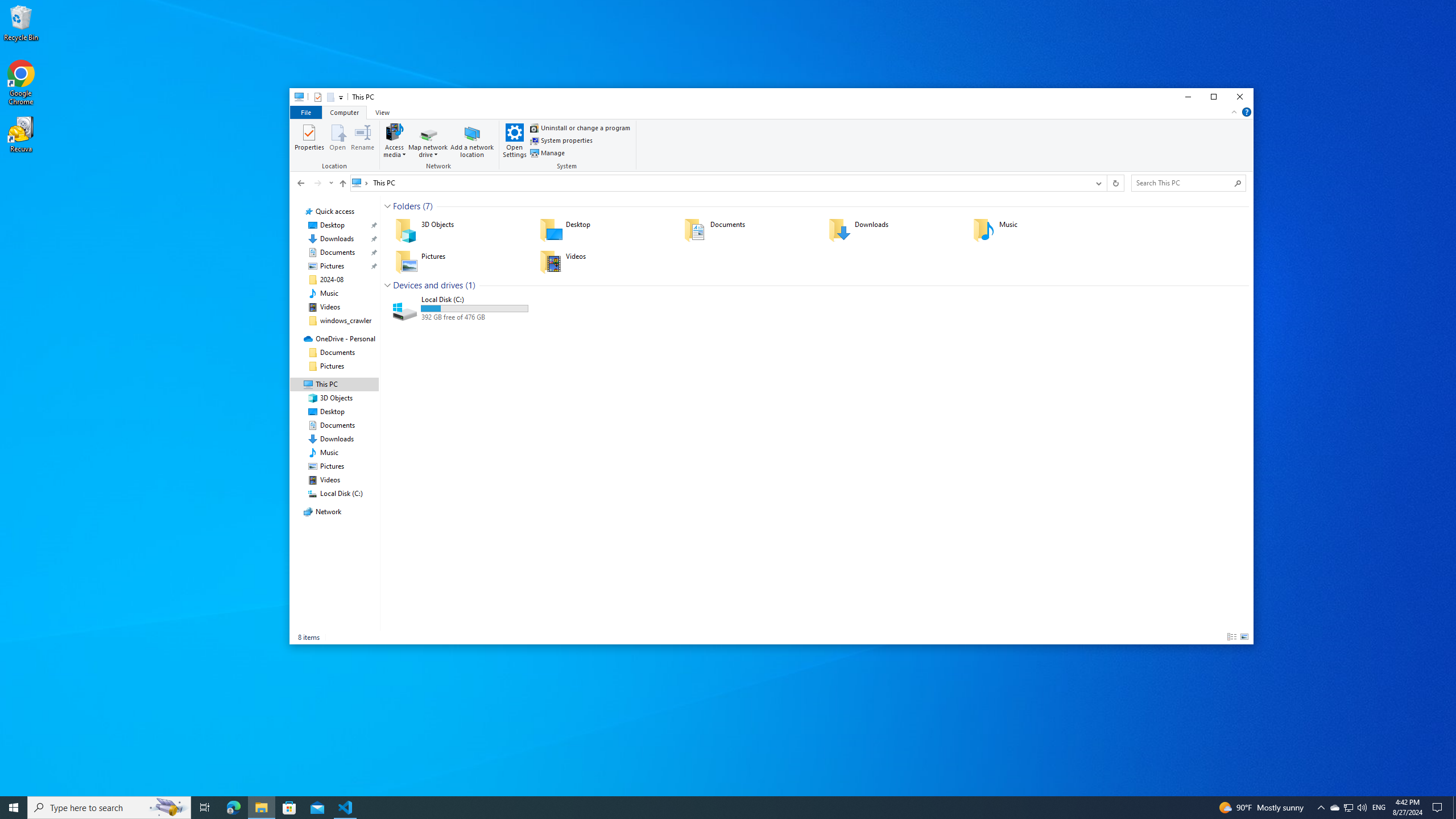 This screenshot has width=1456, height=819. Describe the element at coordinates (474, 308) in the screenshot. I see `'Space used'` at that location.